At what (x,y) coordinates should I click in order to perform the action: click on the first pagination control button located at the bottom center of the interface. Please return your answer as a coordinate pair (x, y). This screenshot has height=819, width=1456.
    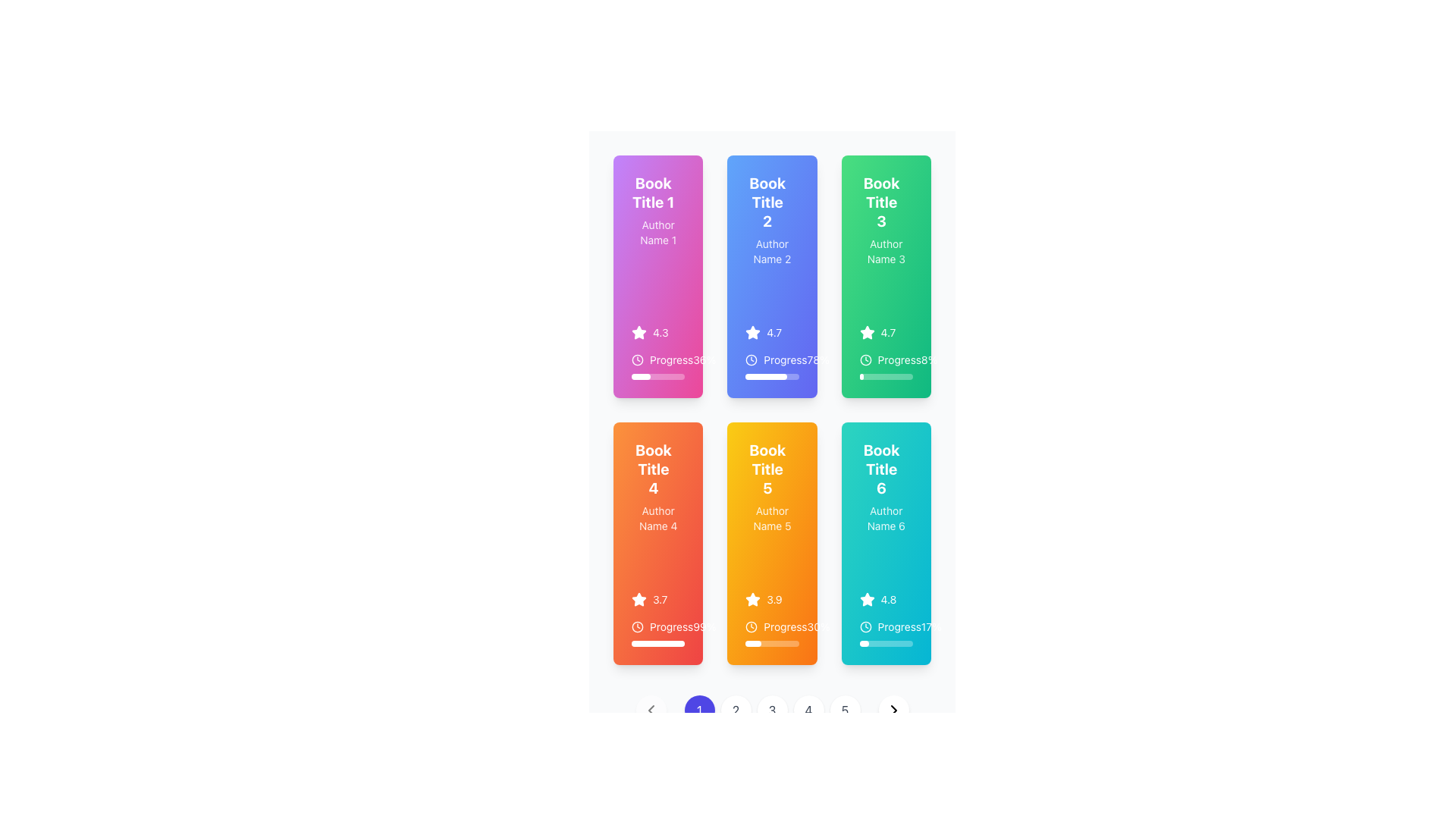
    Looking at the image, I should click on (698, 711).